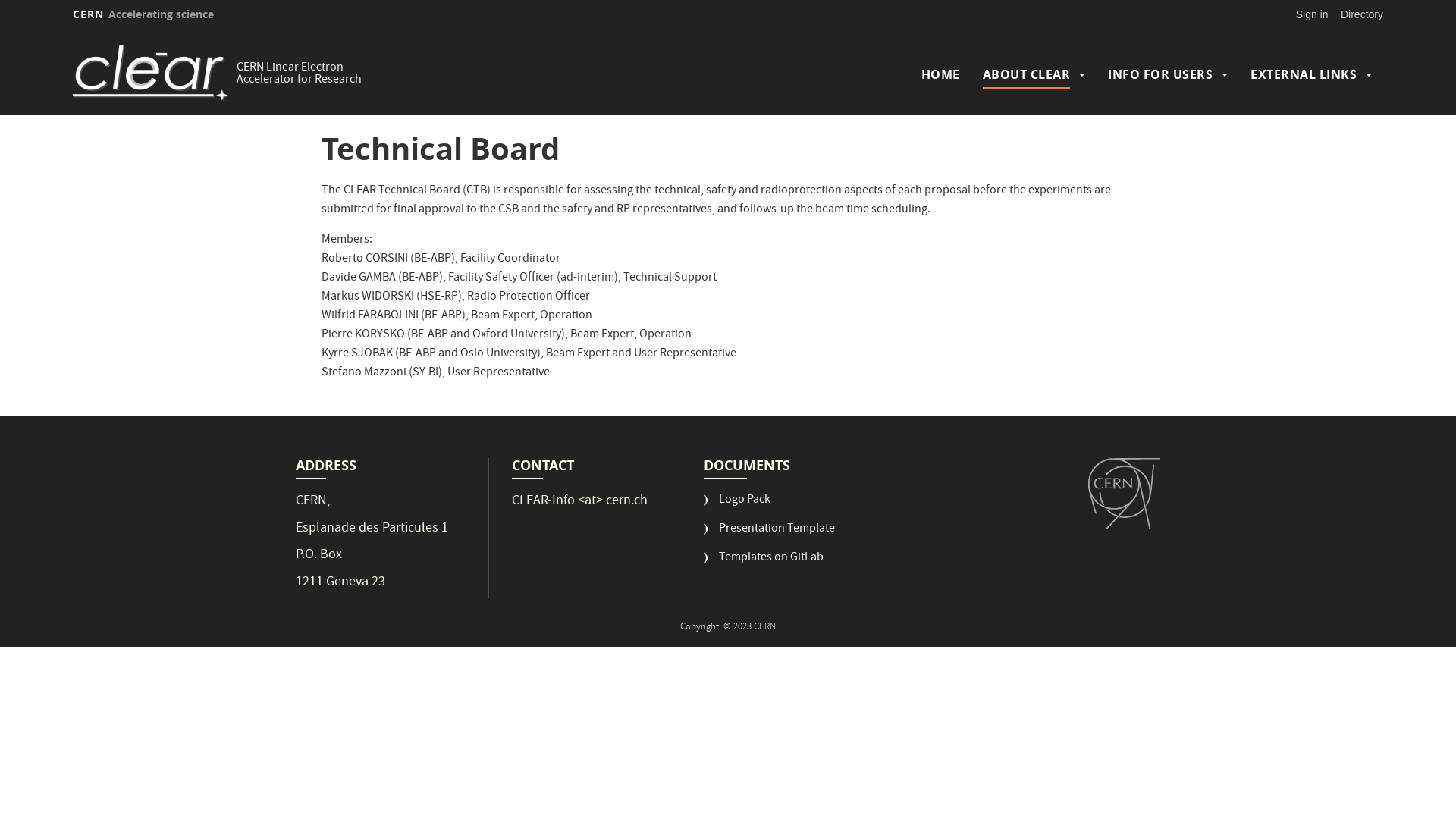 Image resolution: width=1456 pixels, height=819 pixels. Describe the element at coordinates (764, 564) in the screenshot. I see `'Templates on GitLab'` at that location.